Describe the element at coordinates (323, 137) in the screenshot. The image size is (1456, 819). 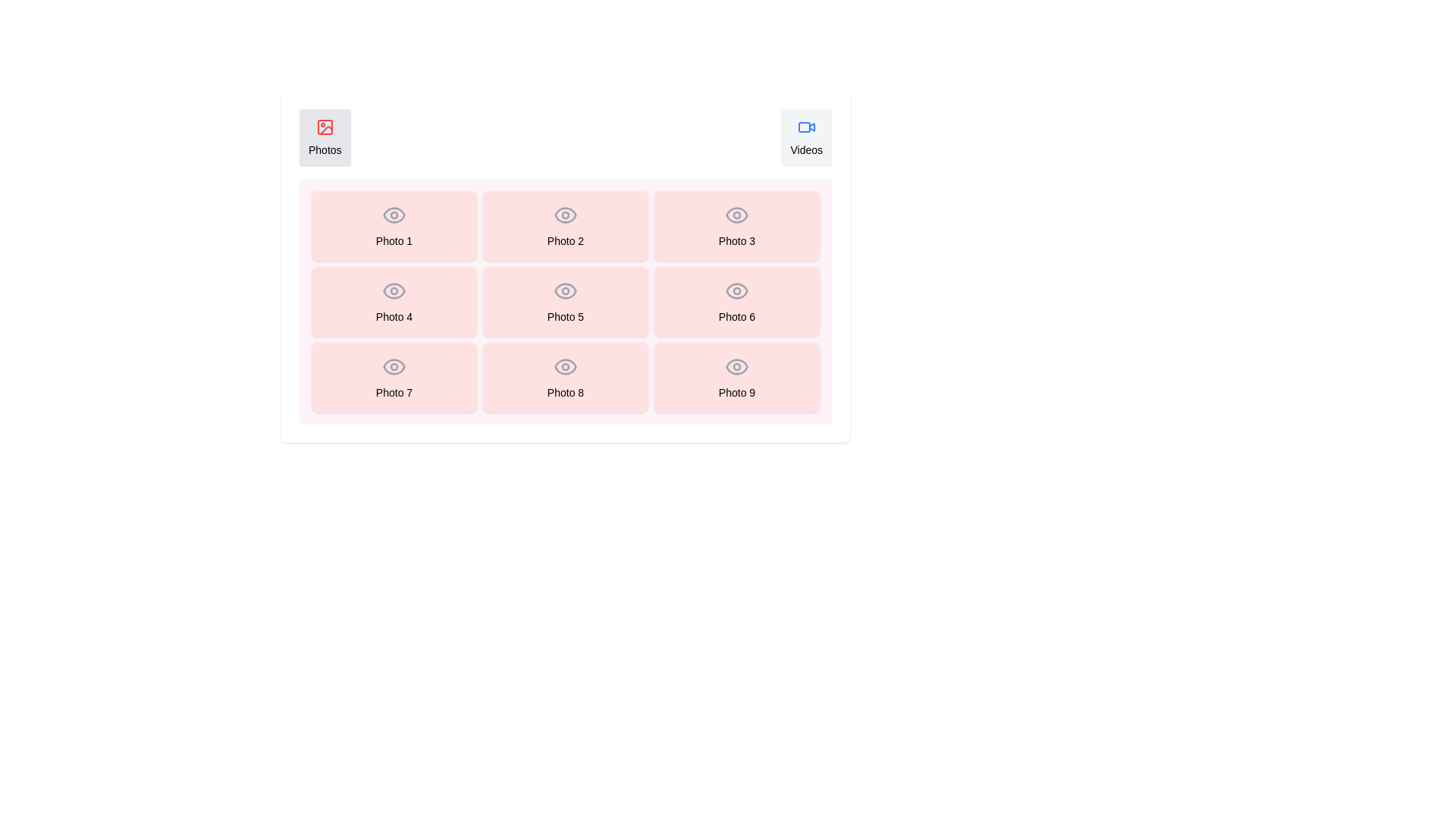
I see `the tab labeled Photos` at that location.